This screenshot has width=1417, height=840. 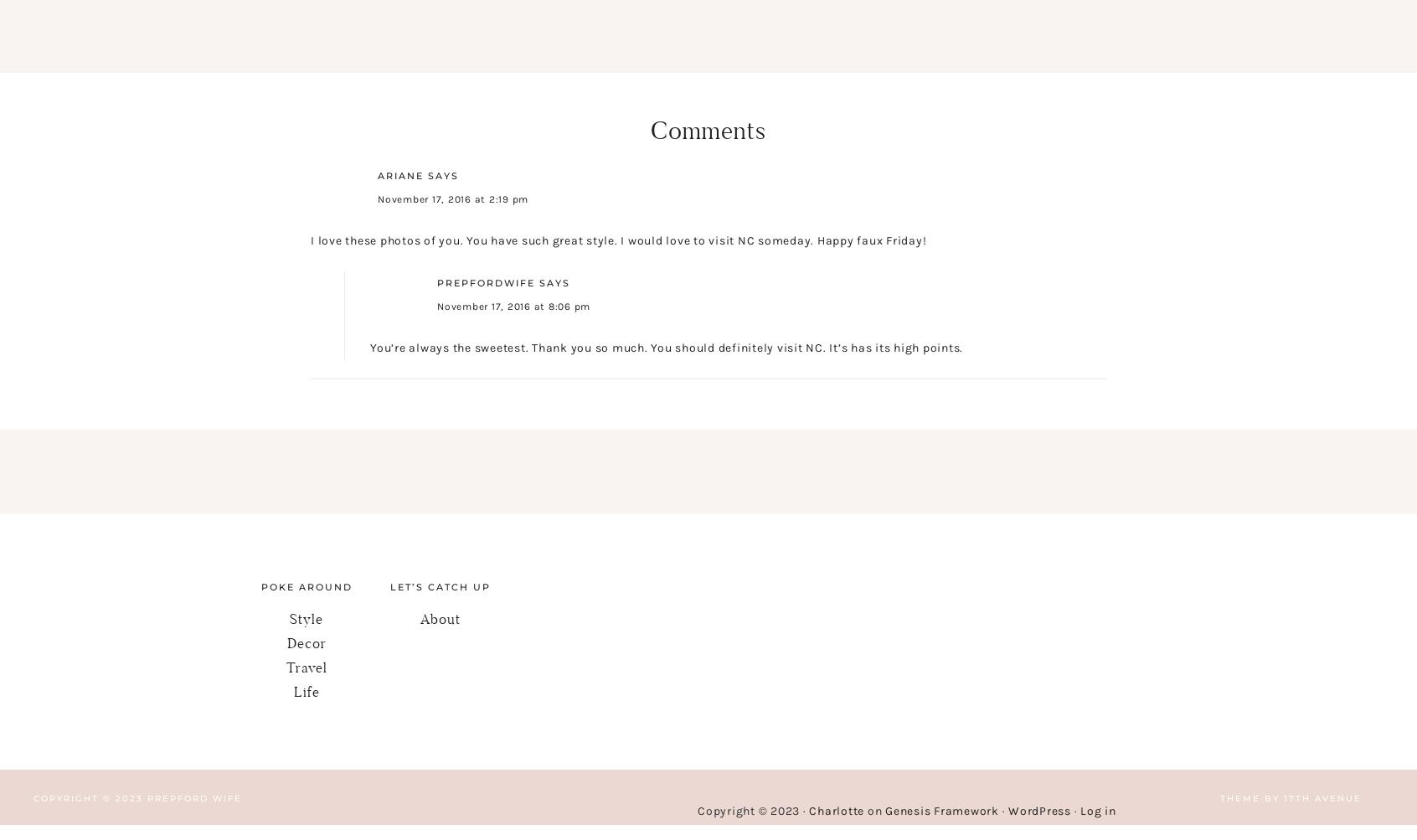 What do you see at coordinates (648, 129) in the screenshot?
I see `'Comments'` at bounding box center [648, 129].